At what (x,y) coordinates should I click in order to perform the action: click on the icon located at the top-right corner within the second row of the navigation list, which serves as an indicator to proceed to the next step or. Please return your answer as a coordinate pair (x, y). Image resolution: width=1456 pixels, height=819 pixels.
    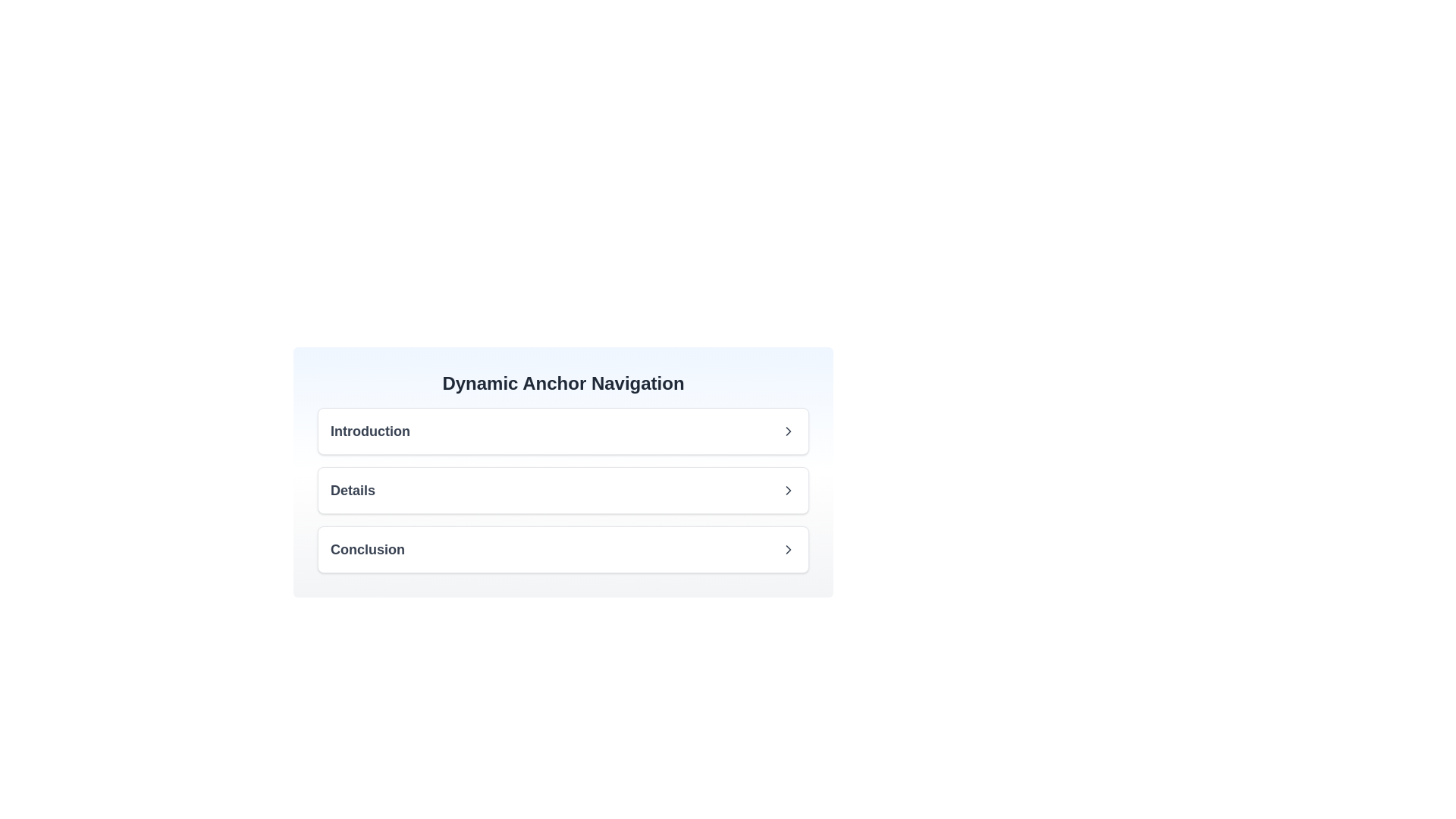
    Looking at the image, I should click on (789, 491).